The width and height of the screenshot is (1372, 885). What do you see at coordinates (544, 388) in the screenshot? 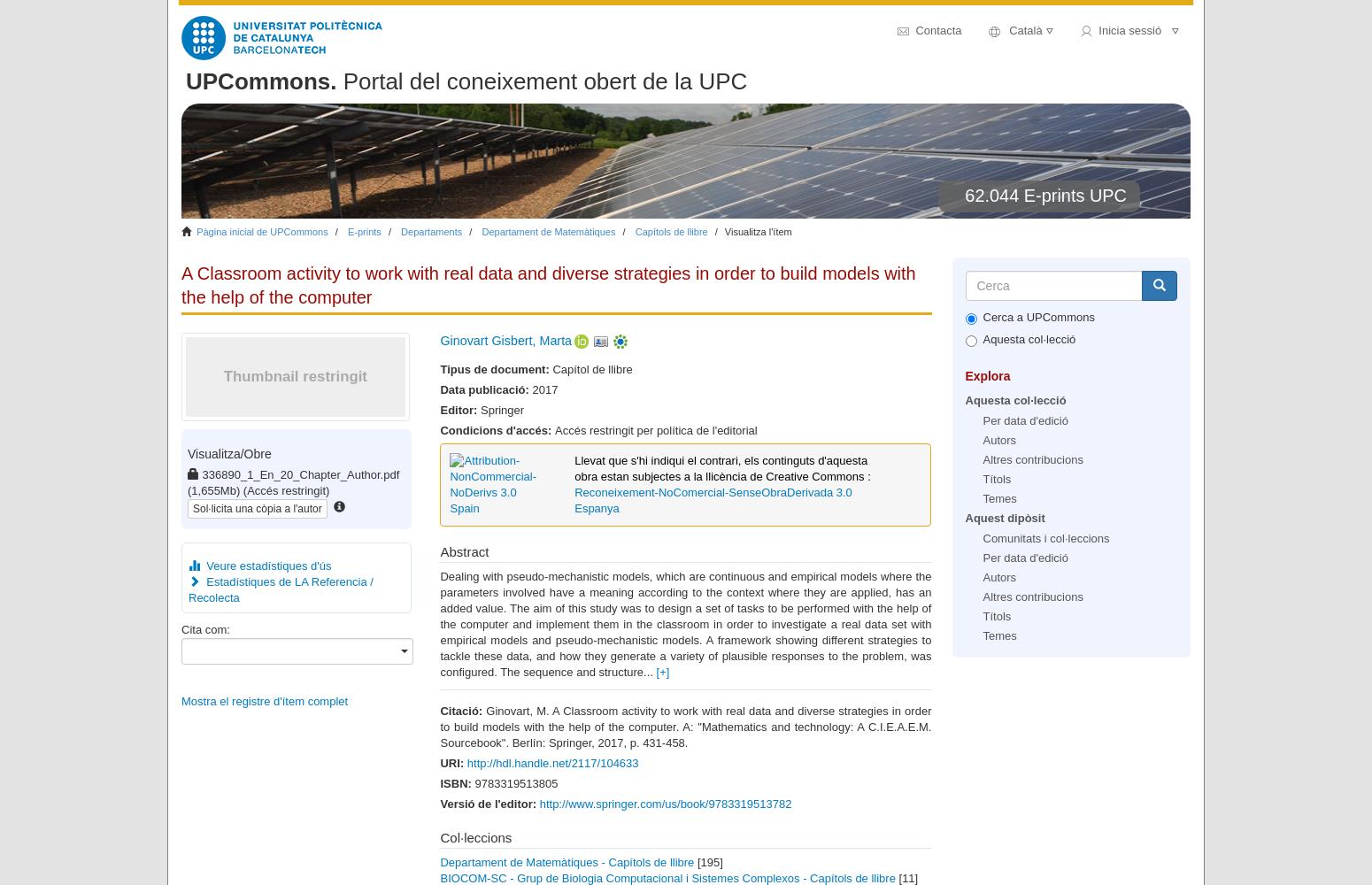
I see `'2017'` at bounding box center [544, 388].